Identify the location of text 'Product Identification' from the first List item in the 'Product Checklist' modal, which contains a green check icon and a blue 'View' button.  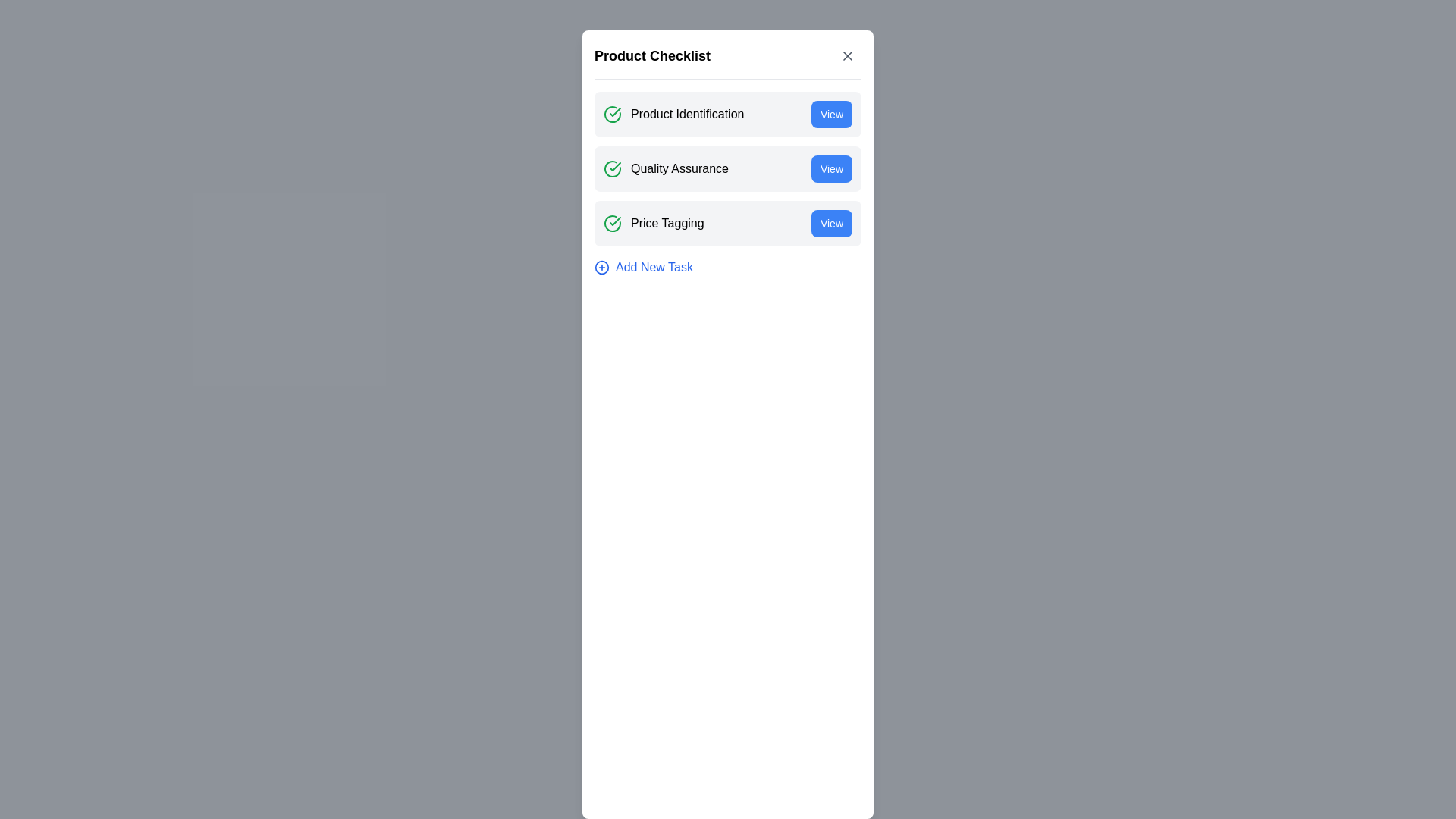
(728, 113).